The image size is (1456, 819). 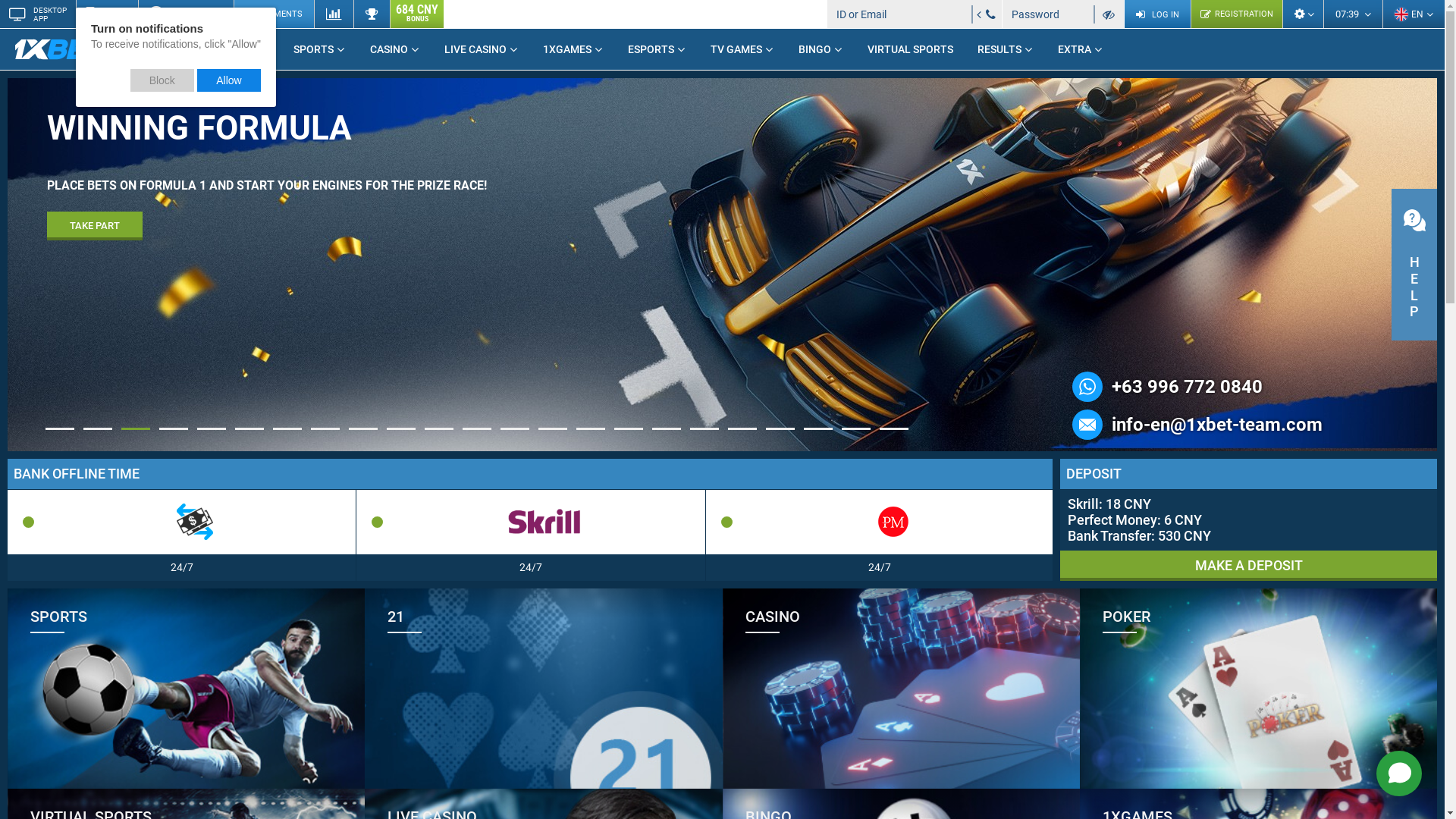 What do you see at coordinates (1302, 14) in the screenshot?
I see `'Settings'` at bounding box center [1302, 14].